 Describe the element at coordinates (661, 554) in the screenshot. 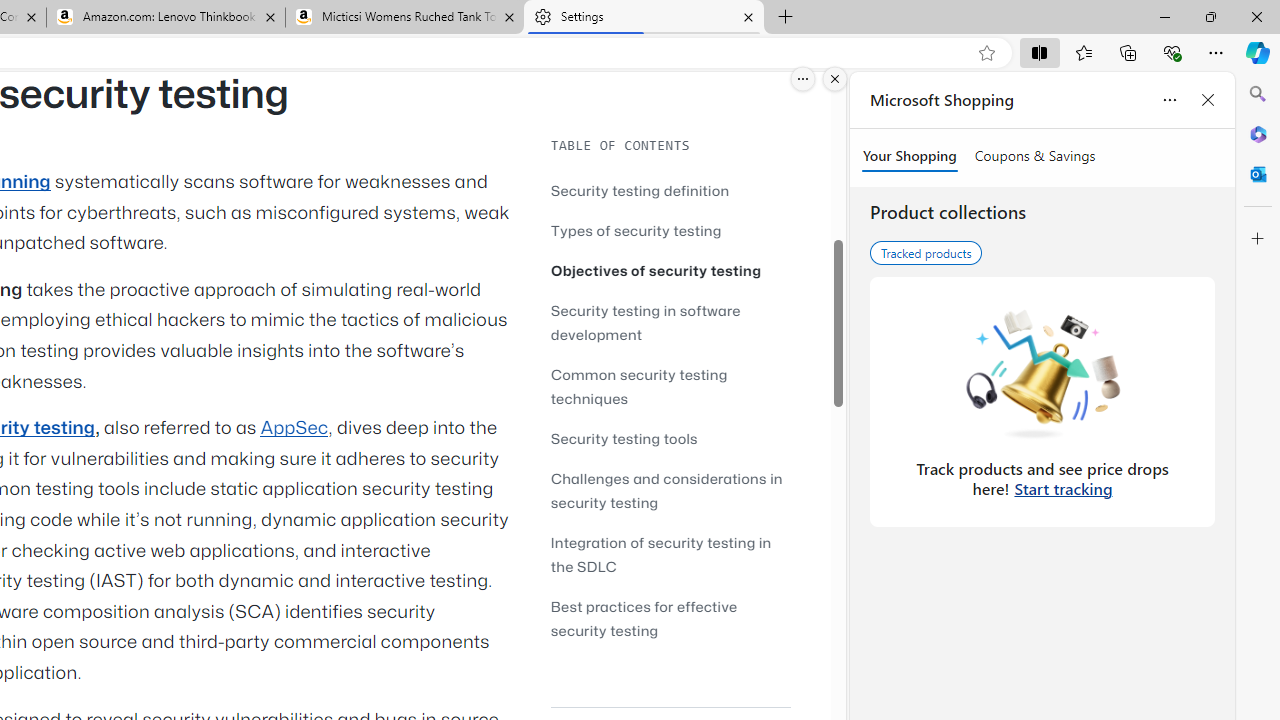

I see `'Integration of security testing in the SDLC'` at that location.